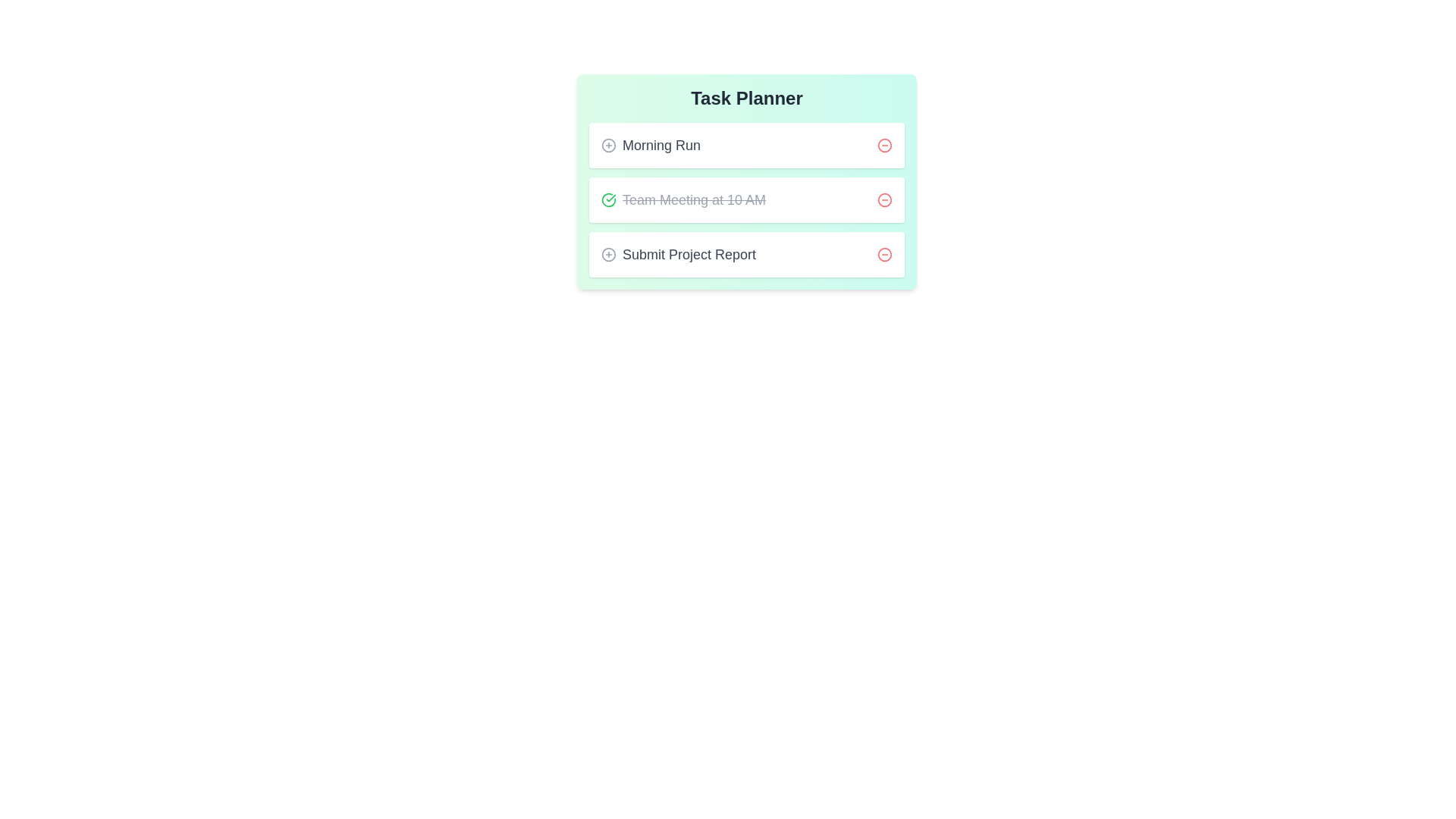 The image size is (1456, 819). I want to click on the delete button of the task with name Team Meeting at 10 AM, so click(884, 199).